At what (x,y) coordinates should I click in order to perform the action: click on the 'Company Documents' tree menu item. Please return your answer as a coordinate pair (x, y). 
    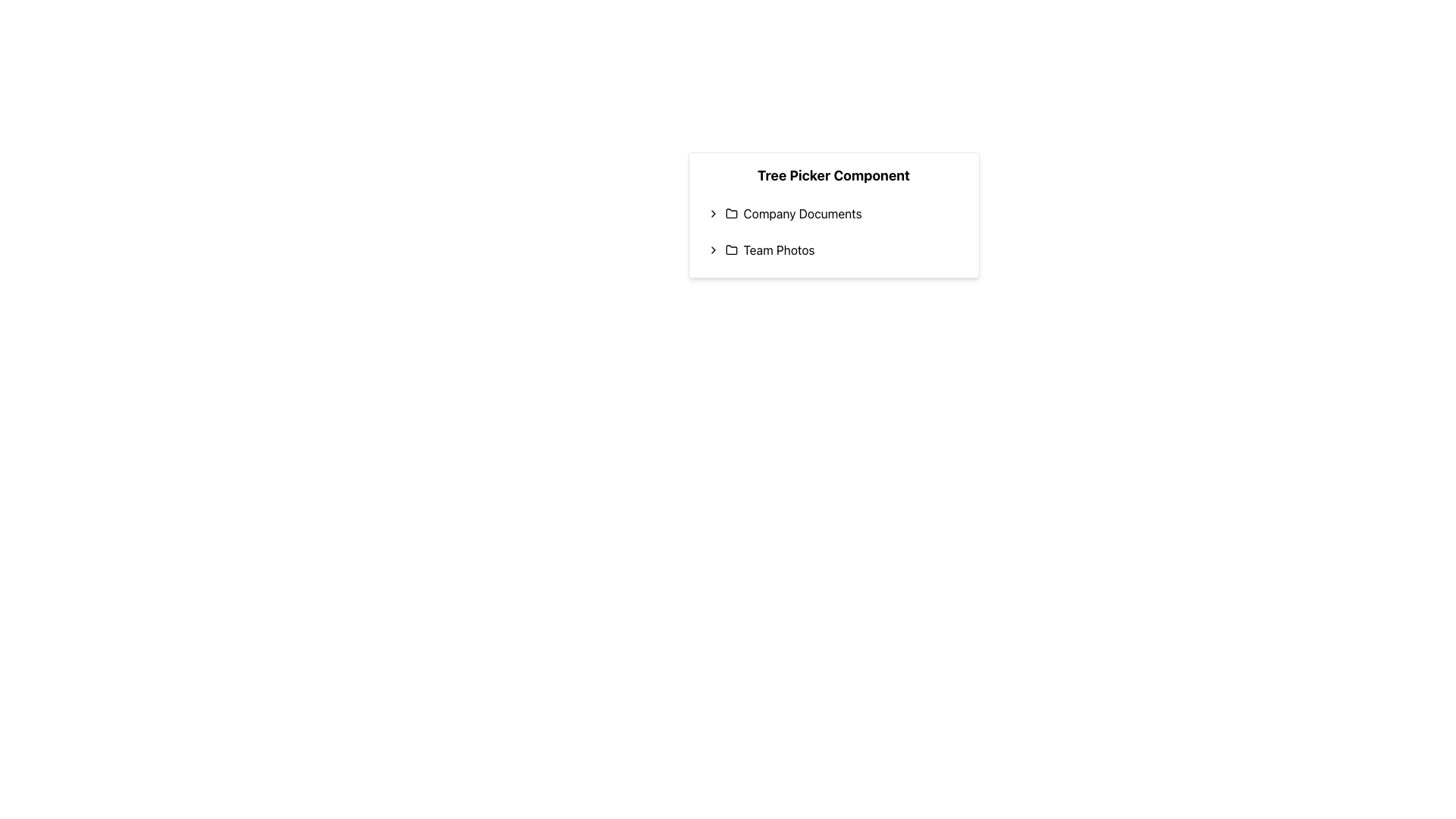
    Looking at the image, I should click on (833, 213).